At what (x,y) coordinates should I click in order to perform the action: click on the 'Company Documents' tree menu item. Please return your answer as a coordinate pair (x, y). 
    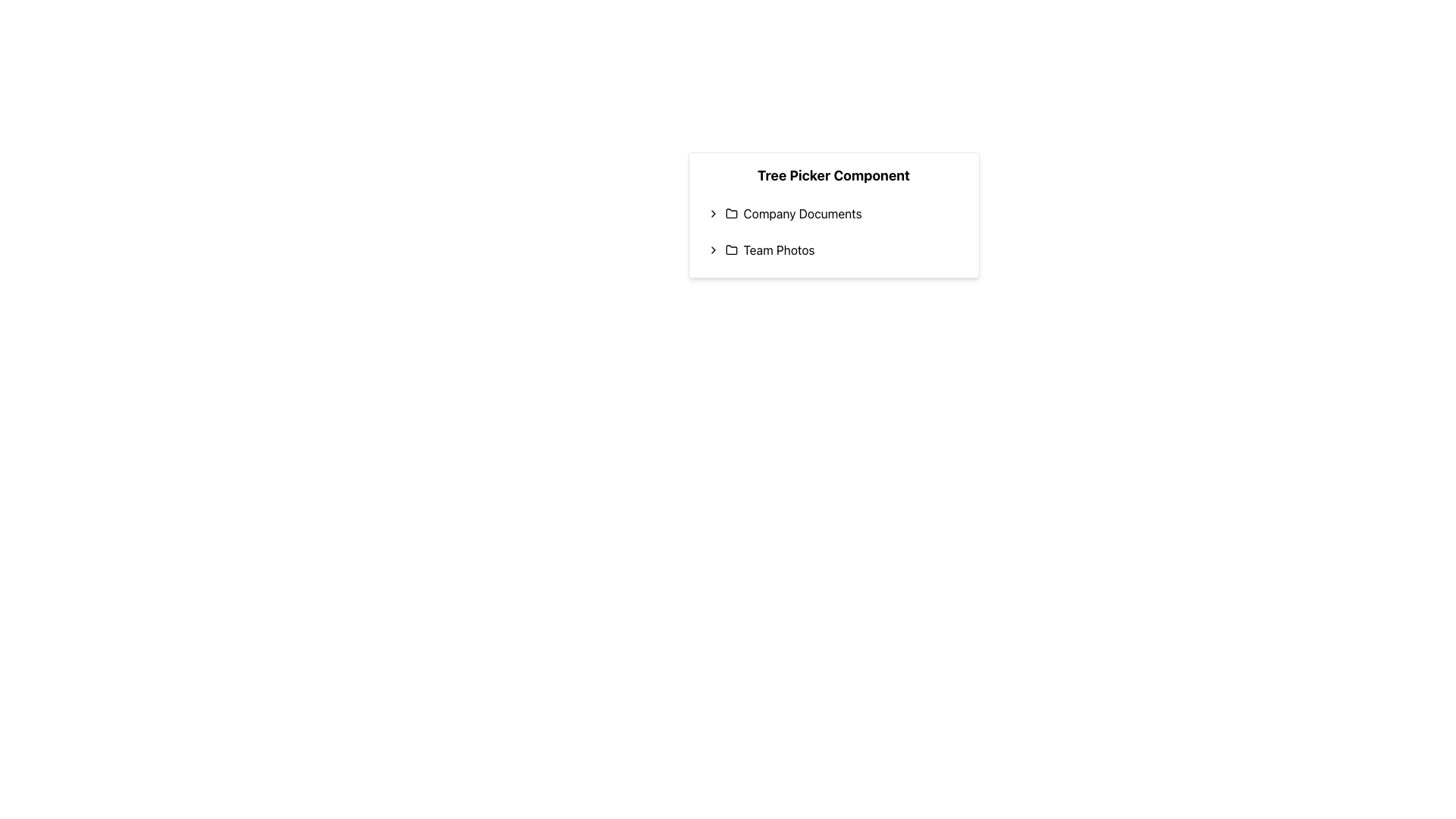
    Looking at the image, I should click on (833, 213).